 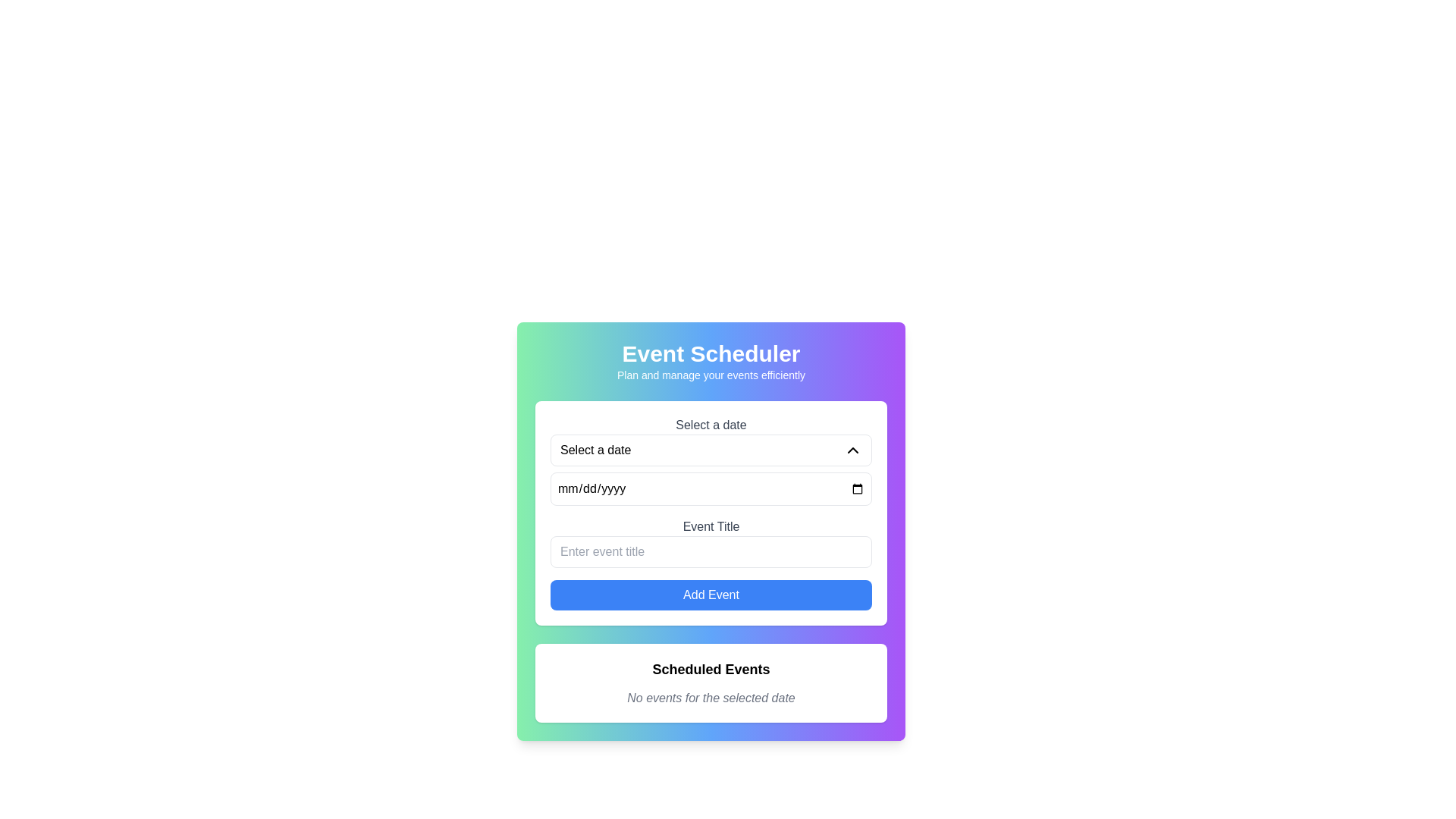 I want to click on the 'Event Scheduler' text label, which displays in a large bold font with a subtitle in a smaller font, located at the top of the card layout, so click(x=710, y=362).